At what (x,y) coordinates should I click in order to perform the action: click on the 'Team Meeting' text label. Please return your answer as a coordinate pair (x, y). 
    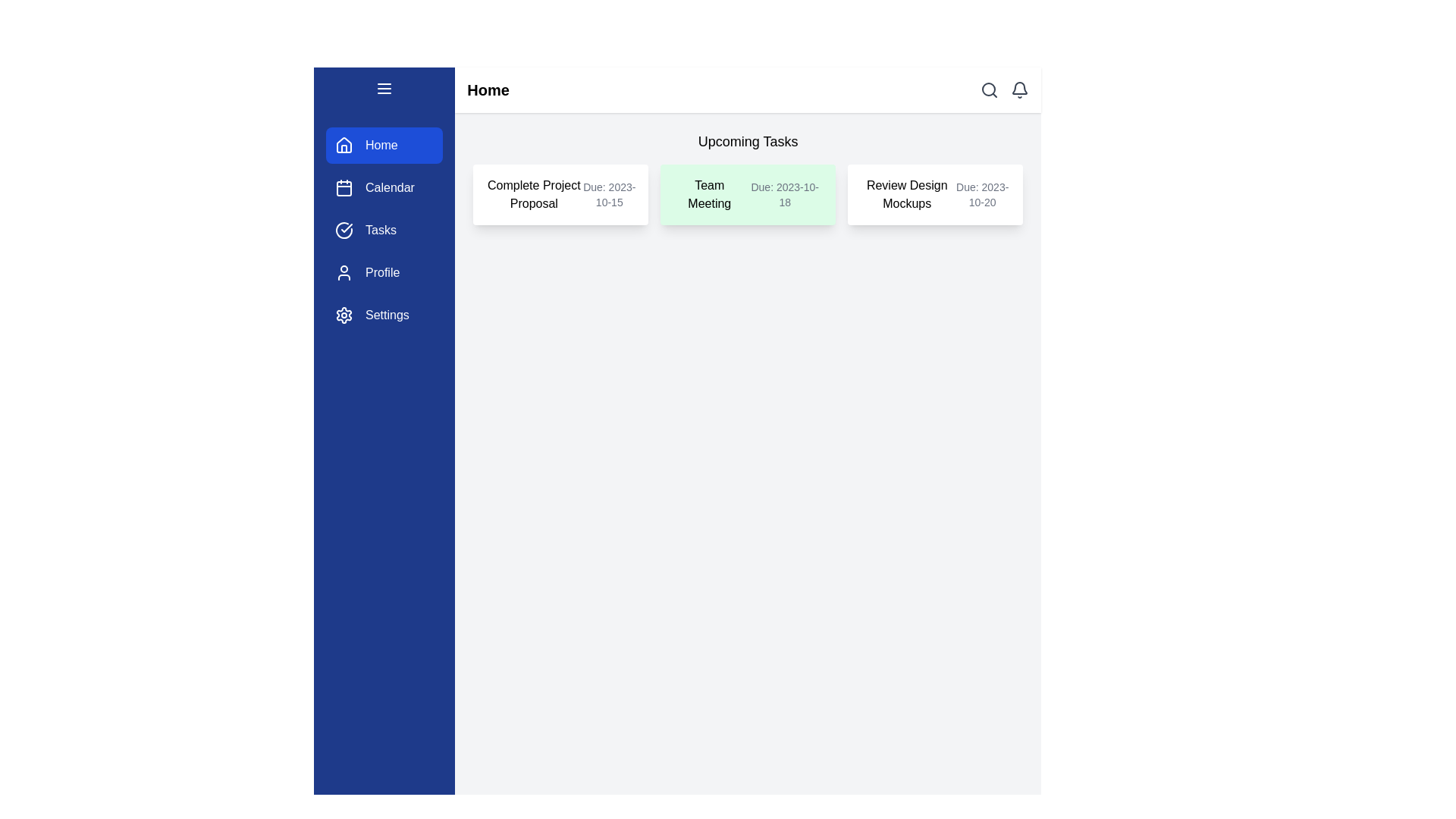
    Looking at the image, I should click on (708, 194).